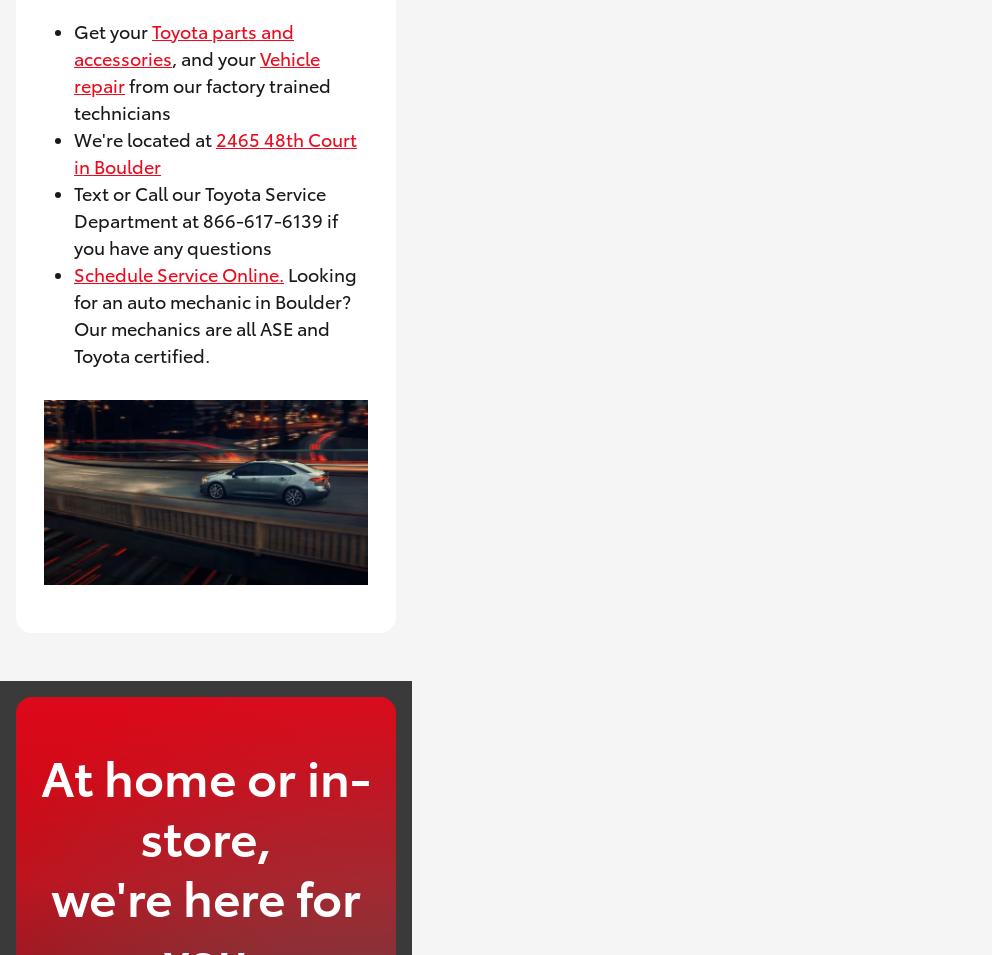 This screenshot has height=955, width=992. What do you see at coordinates (201, 96) in the screenshot?
I see `'from our factory trained 
technicians'` at bounding box center [201, 96].